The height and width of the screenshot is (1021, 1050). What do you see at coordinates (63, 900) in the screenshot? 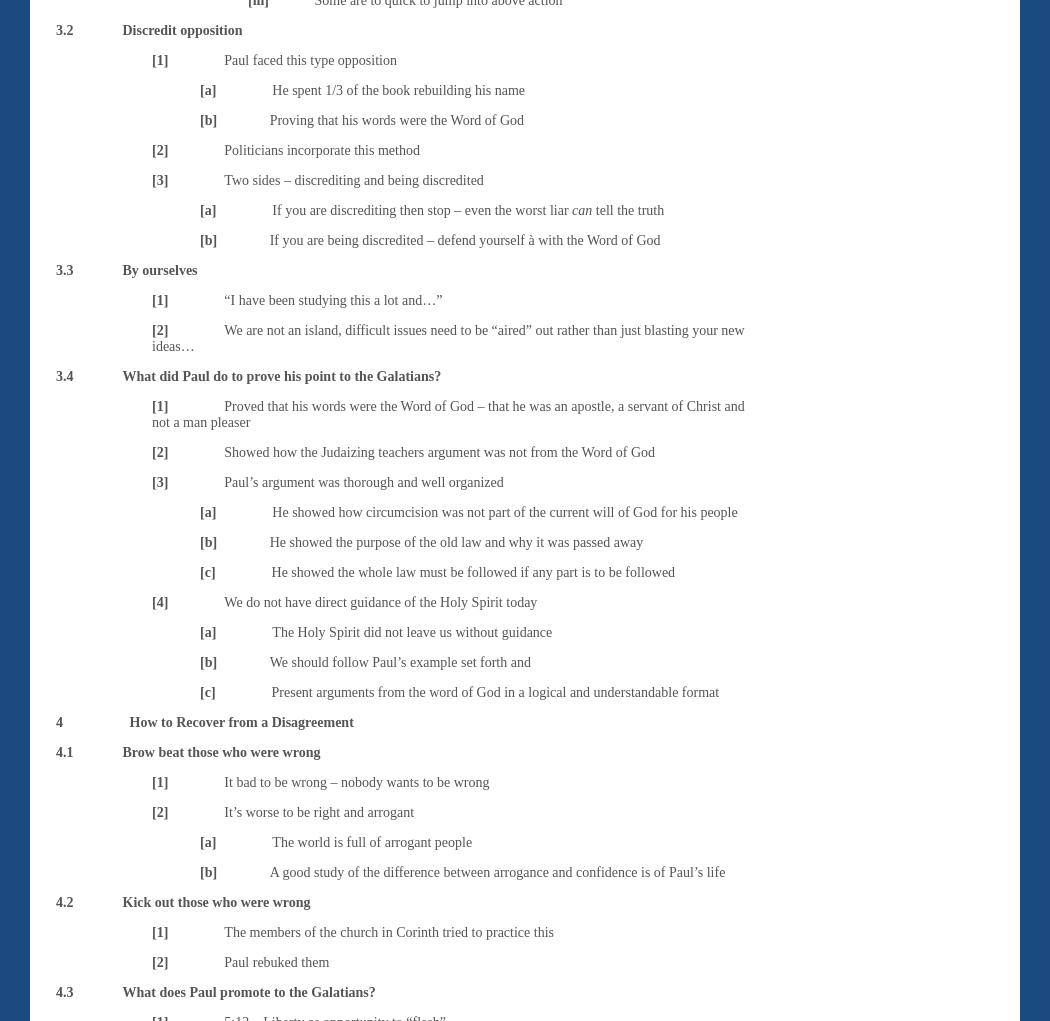
I see `'4.2'` at bounding box center [63, 900].